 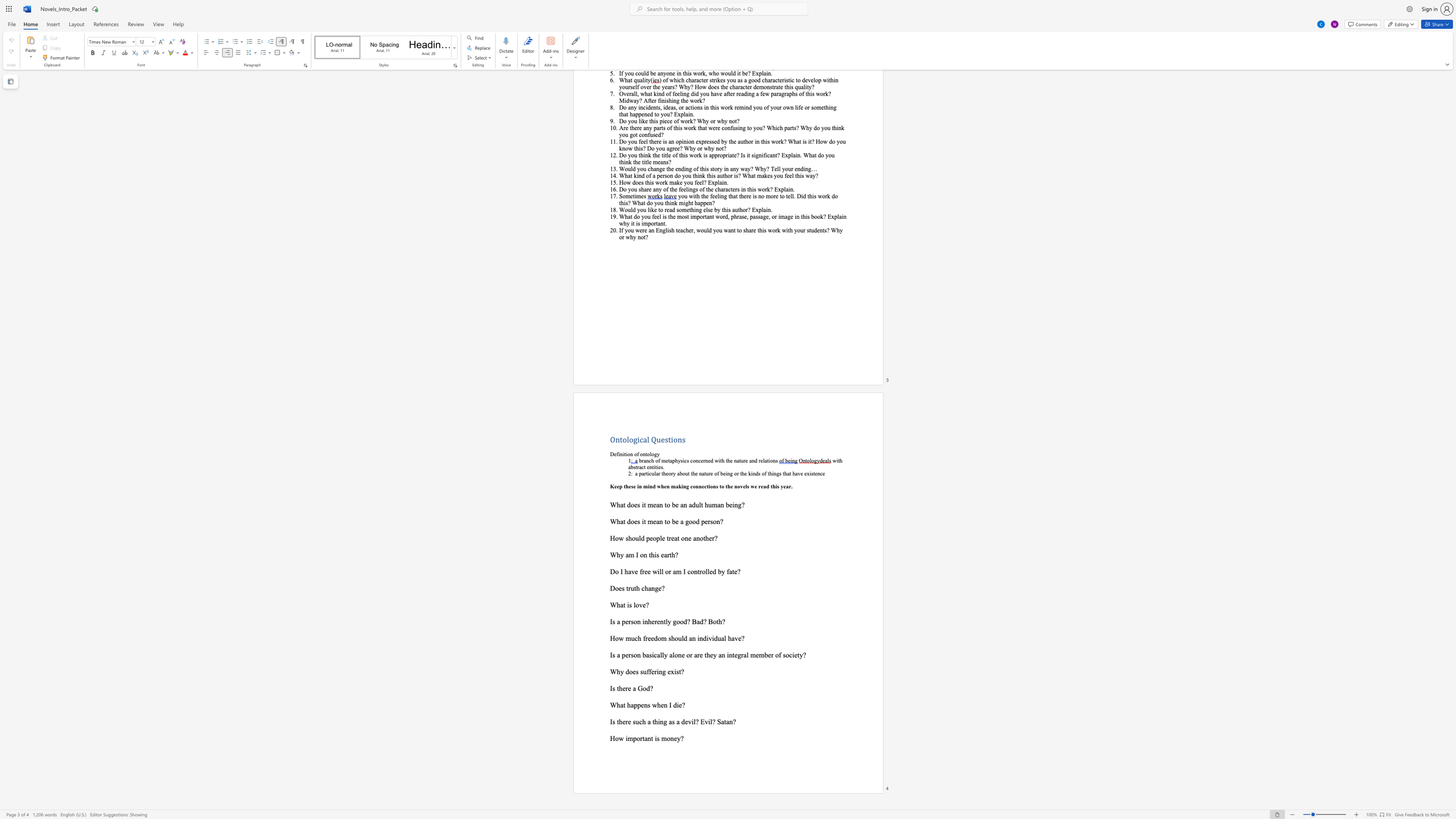 What do you see at coordinates (617, 453) in the screenshot?
I see `the subset text "finition of ontolo" within the text "Definition of ontology"` at bounding box center [617, 453].